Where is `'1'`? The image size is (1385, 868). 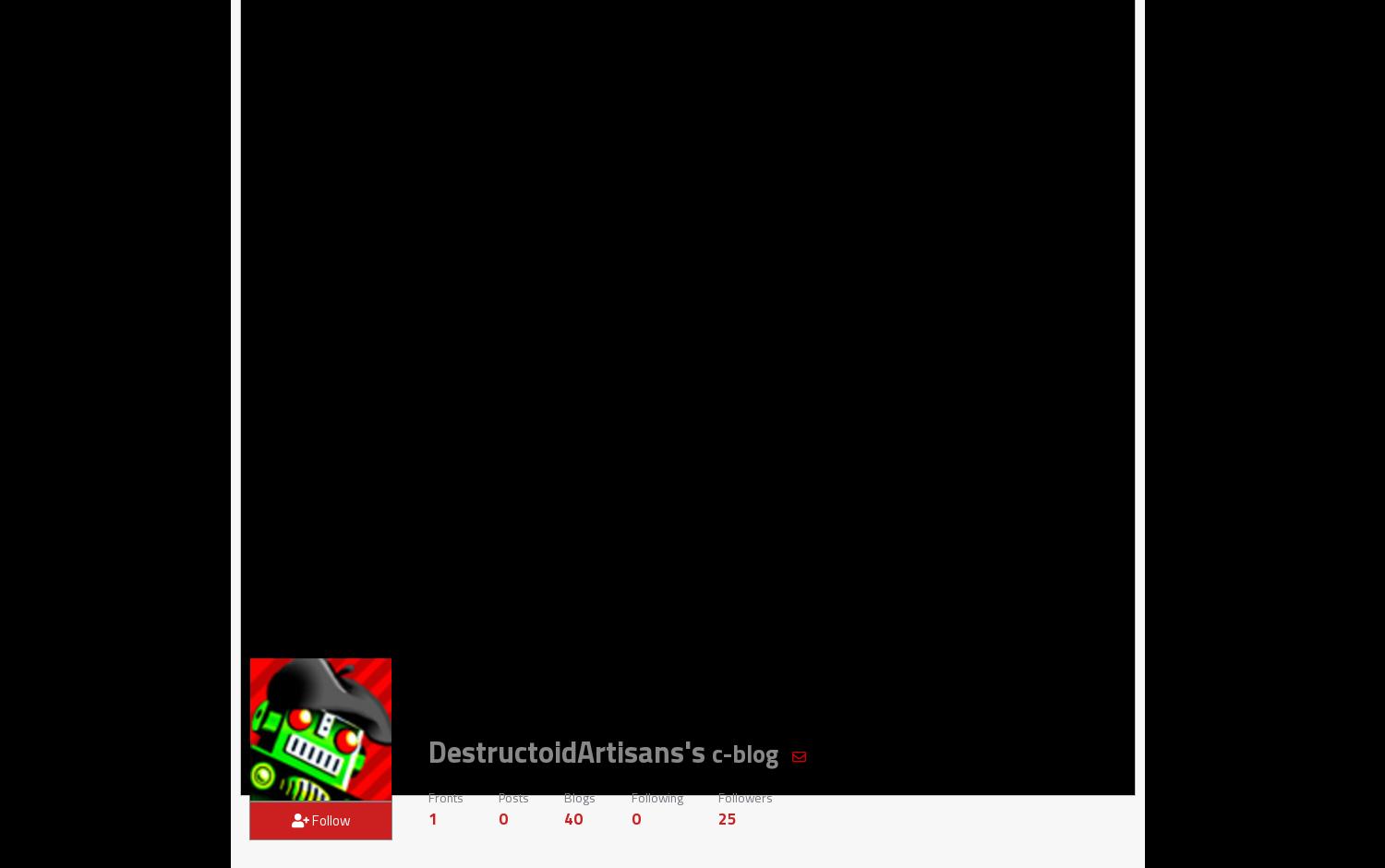 '1' is located at coordinates (431, 818).